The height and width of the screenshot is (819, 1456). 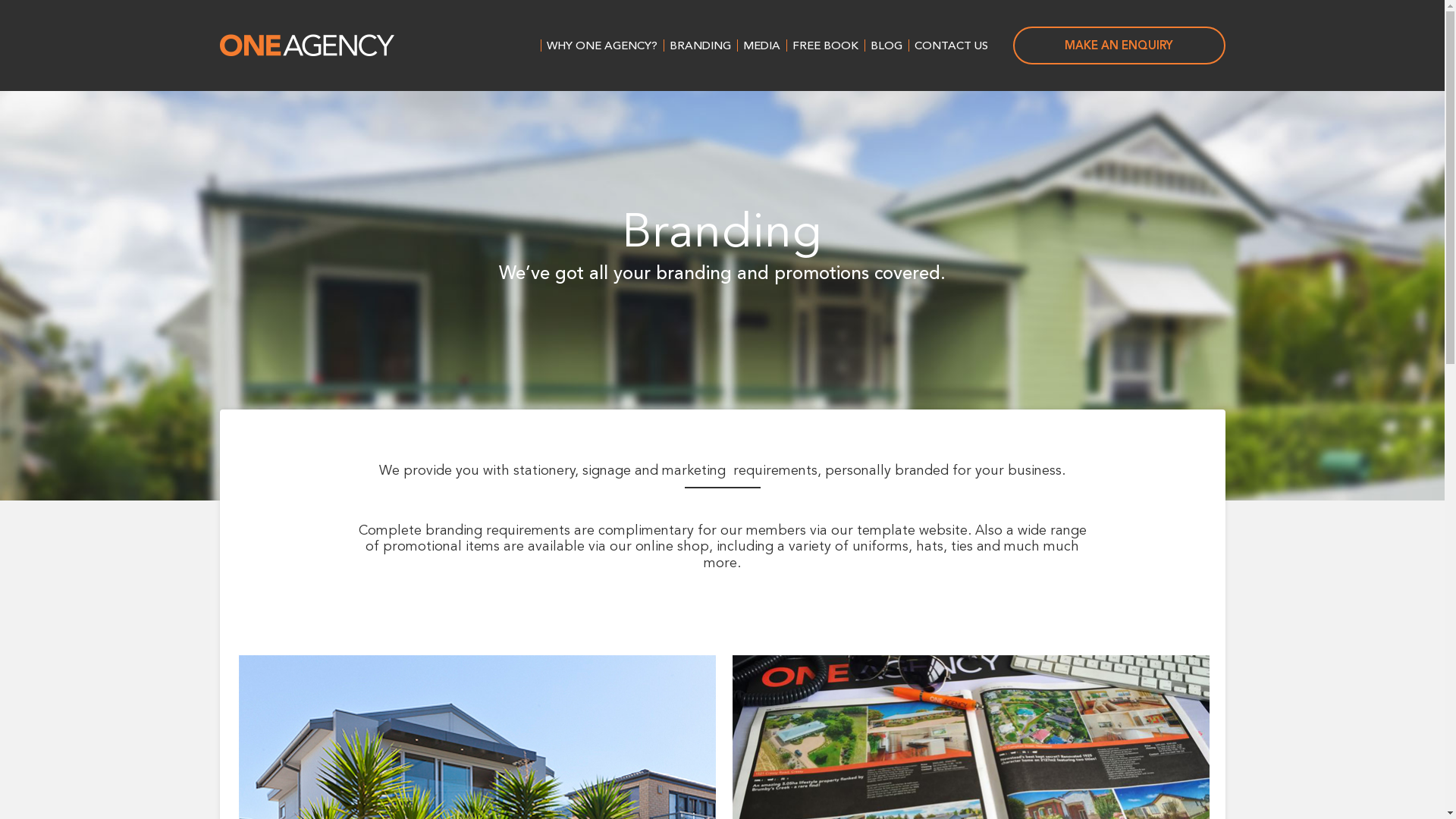 What do you see at coordinates (886, 45) in the screenshot?
I see `'BLOG'` at bounding box center [886, 45].